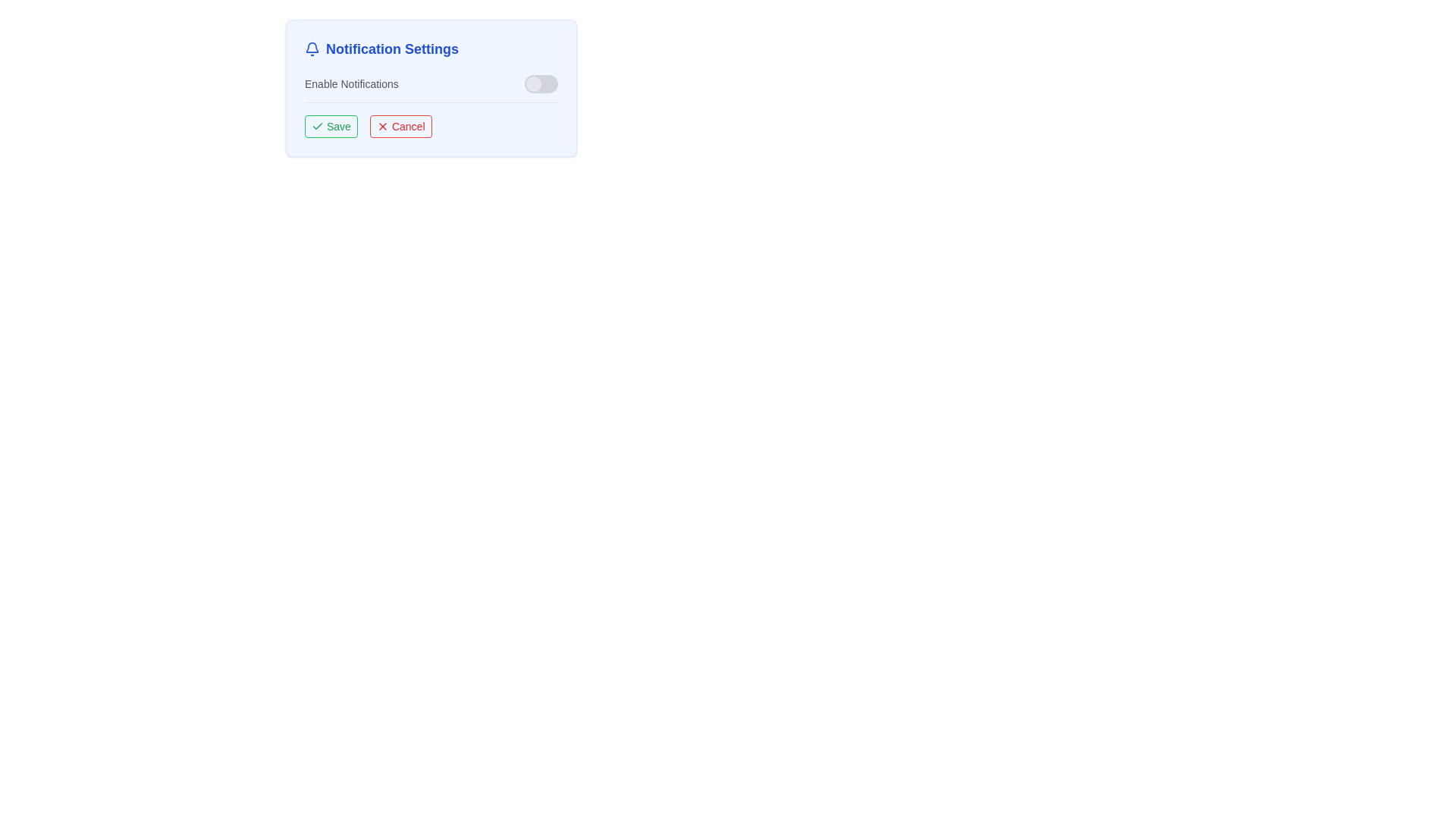  Describe the element at coordinates (337, 125) in the screenshot. I see `the text label that serves as the identifier for the save button in the notification settings panel` at that location.